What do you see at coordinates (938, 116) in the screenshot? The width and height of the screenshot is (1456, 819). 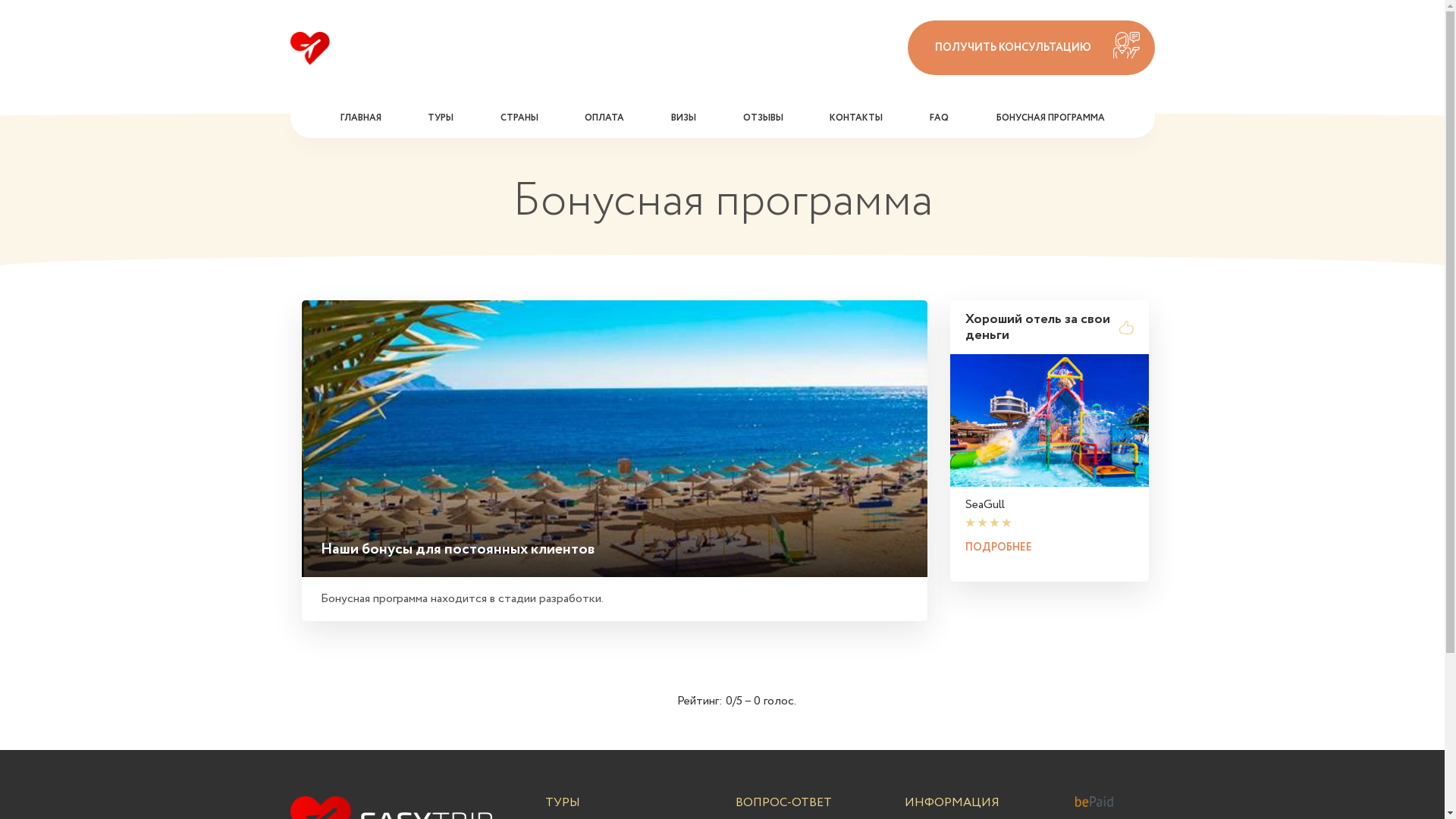 I see `'FAQ'` at bounding box center [938, 116].